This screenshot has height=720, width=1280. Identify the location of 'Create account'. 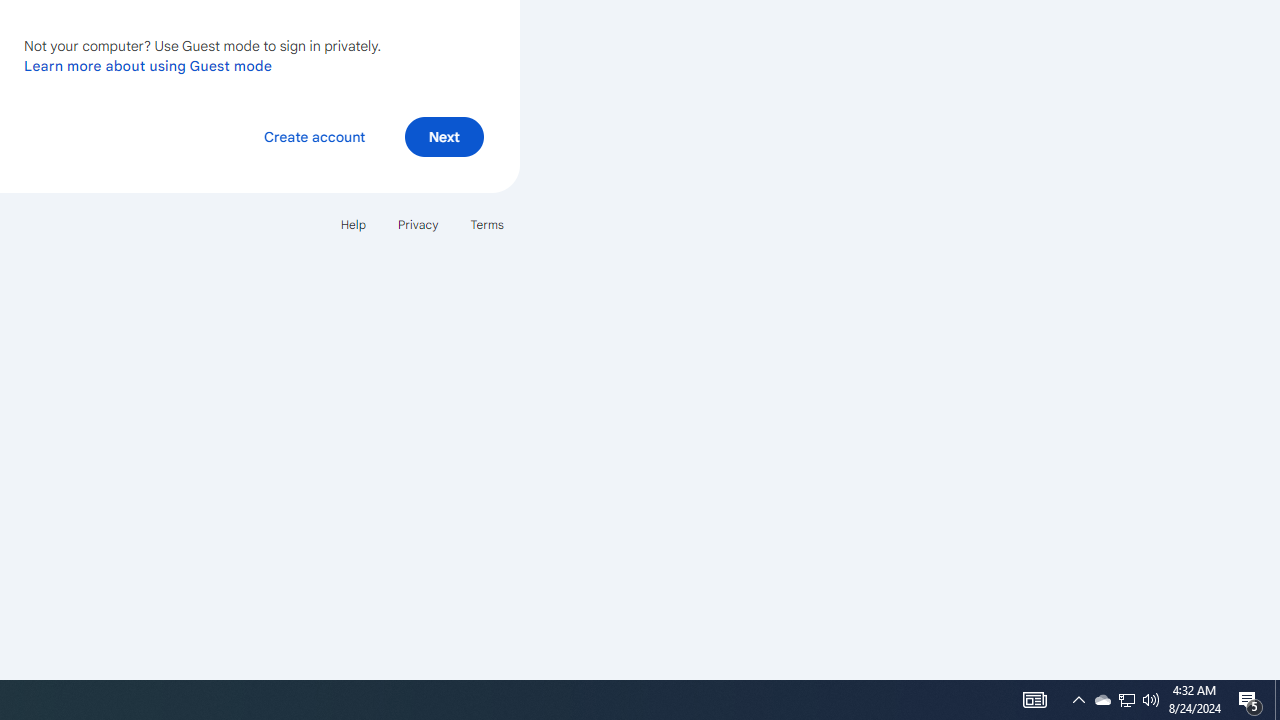
(313, 135).